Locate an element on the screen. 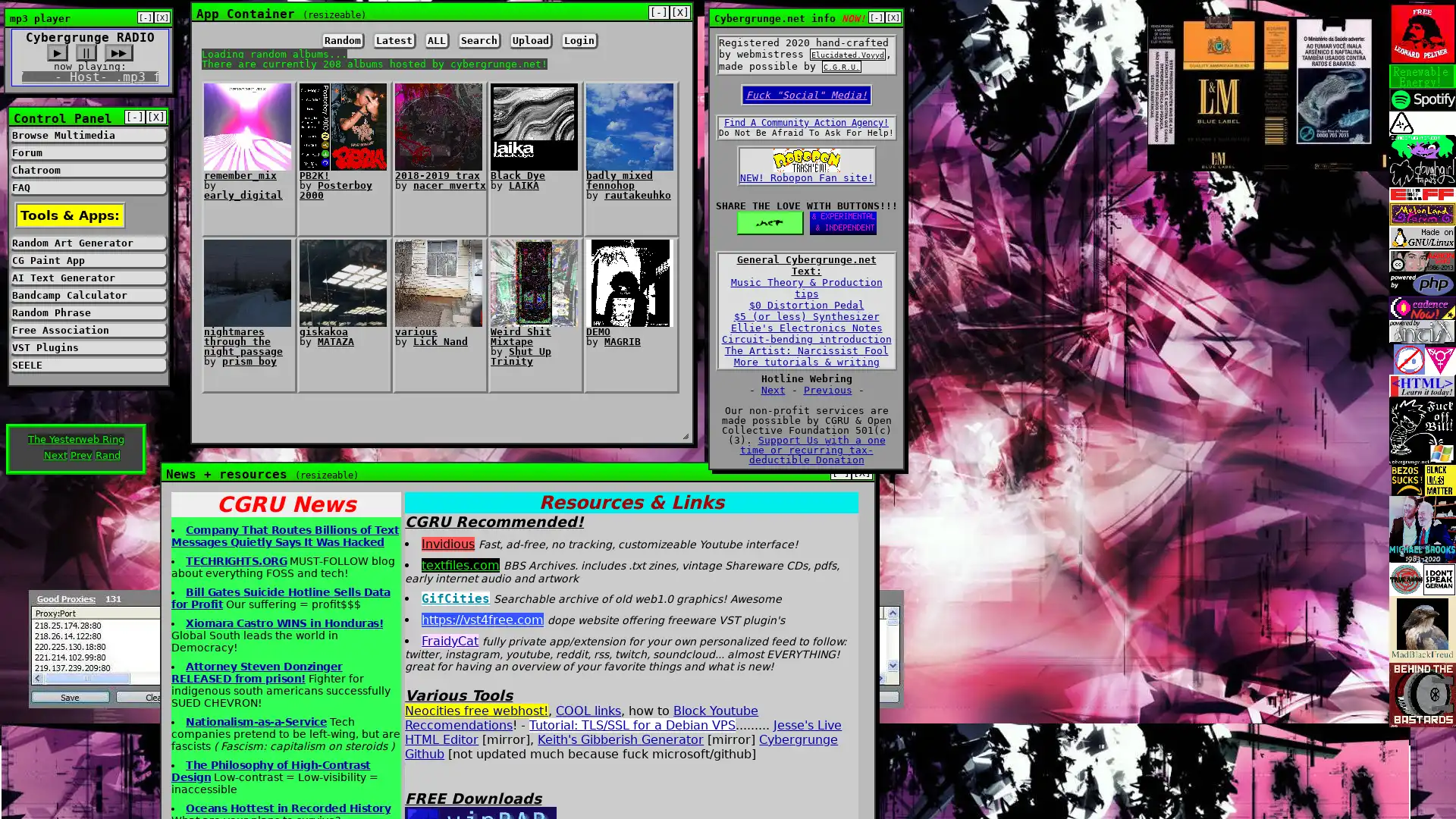 This screenshot has width=1456, height=819. SEELE is located at coordinates (87, 365).